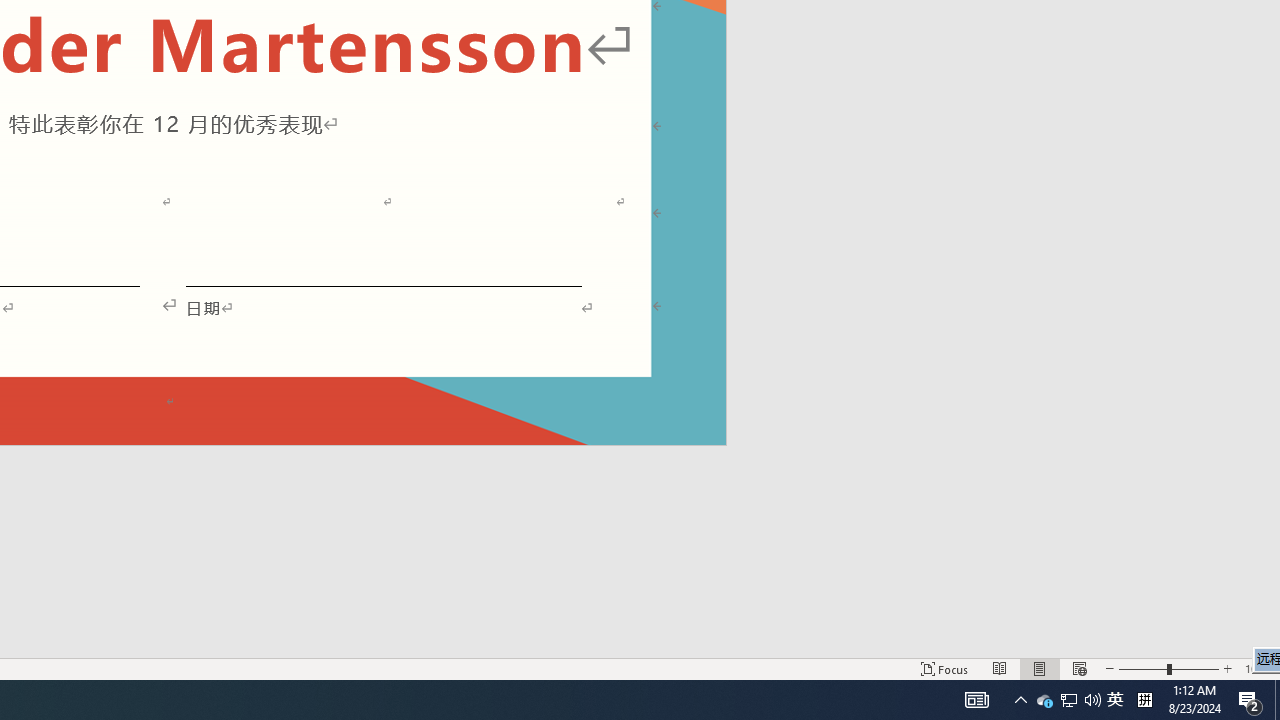 The image size is (1280, 720). Describe the element at coordinates (1168, 669) in the screenshot. I see `'Zoom'` at that location.